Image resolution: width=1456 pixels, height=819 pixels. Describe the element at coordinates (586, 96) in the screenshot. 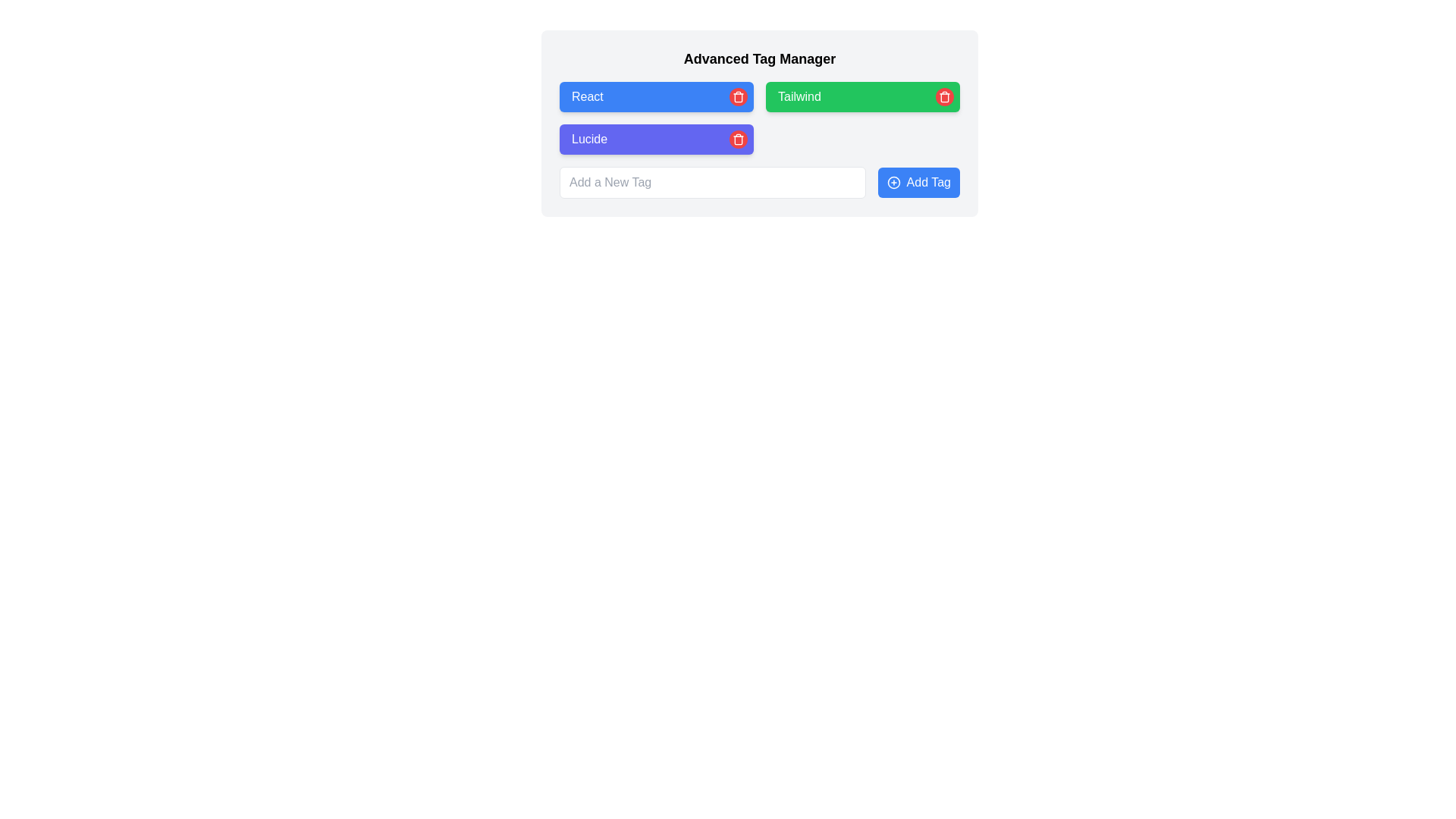

I see `the rectangular label with a blue background and white text reading 'React', which is the first tag in its group within the tag management interface` at that location.